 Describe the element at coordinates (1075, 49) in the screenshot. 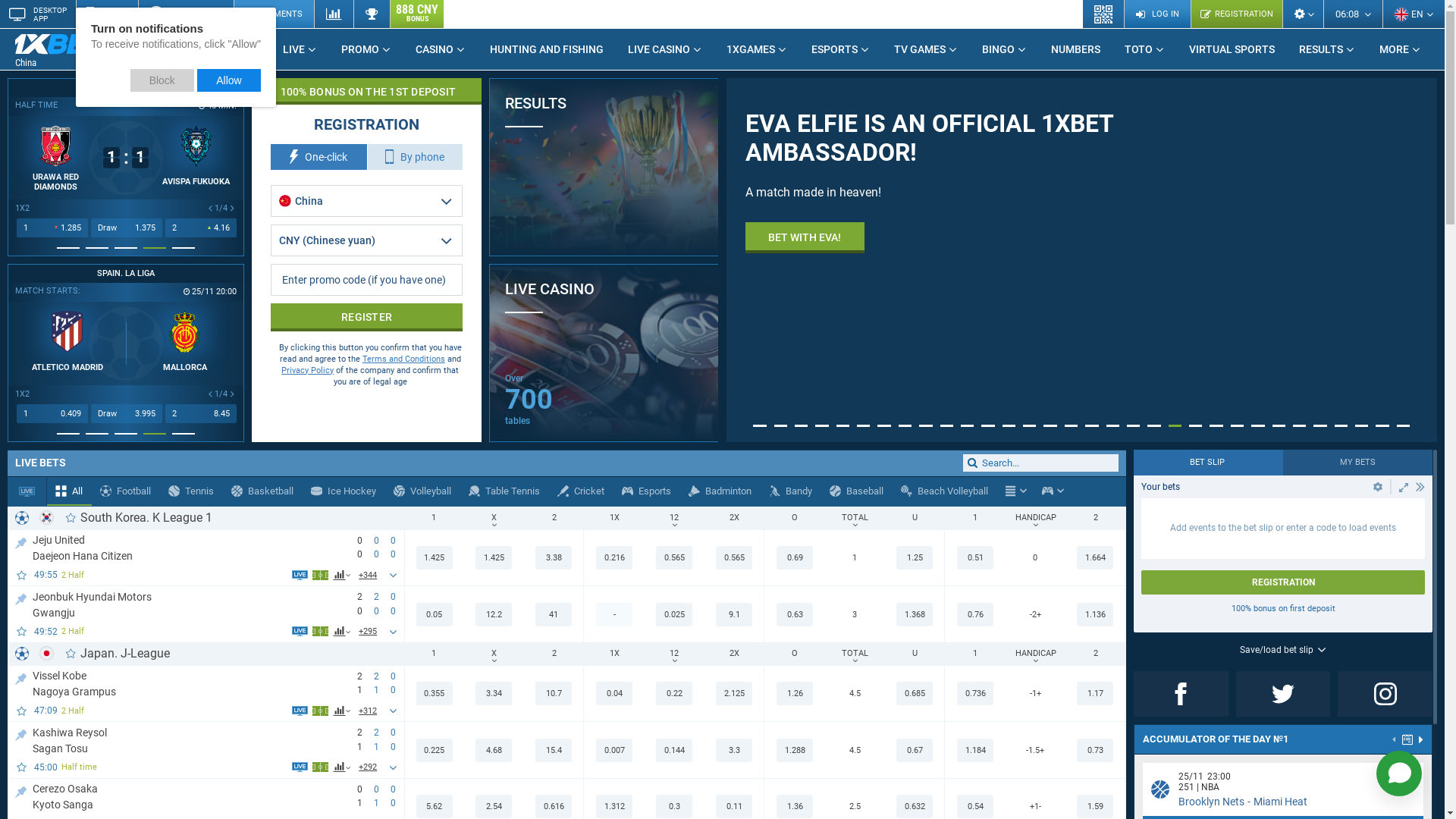

I see `'NUMBERS'` at that location.